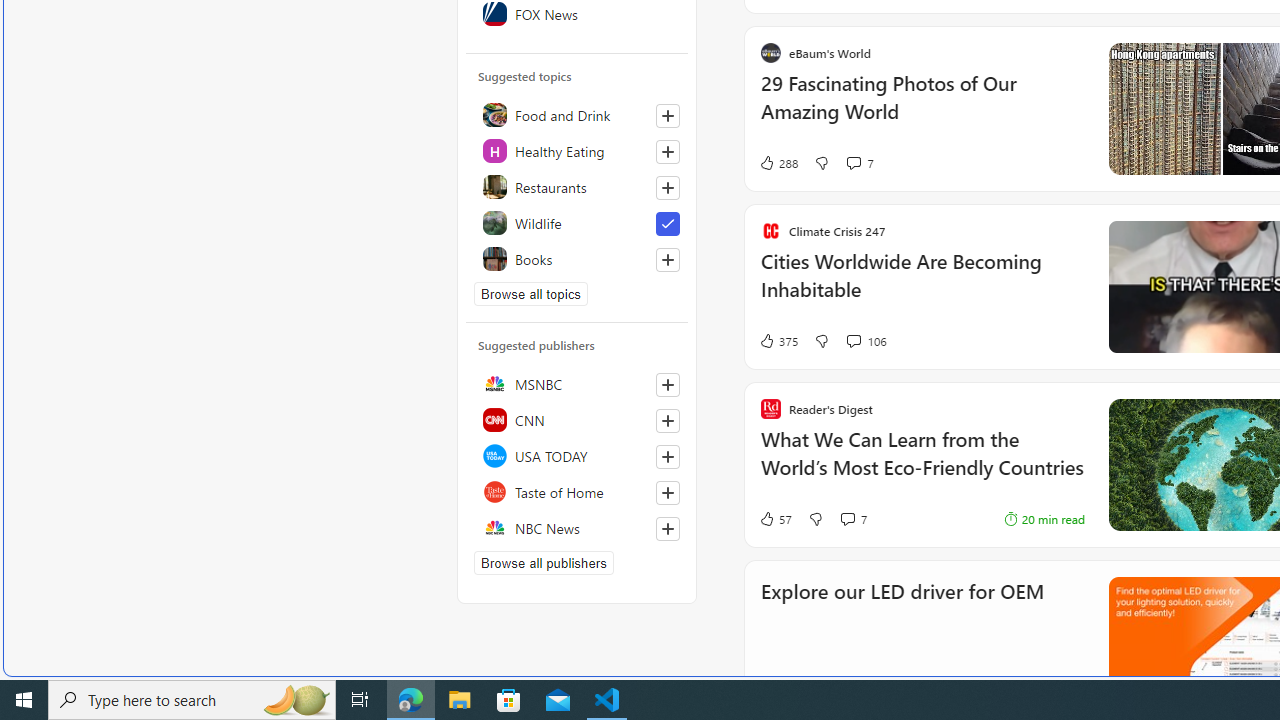 The image size is (1280, 720). Describe the element at coordinates (576, 114) in the screenshot. I see `'Food and Drink'` at that location.